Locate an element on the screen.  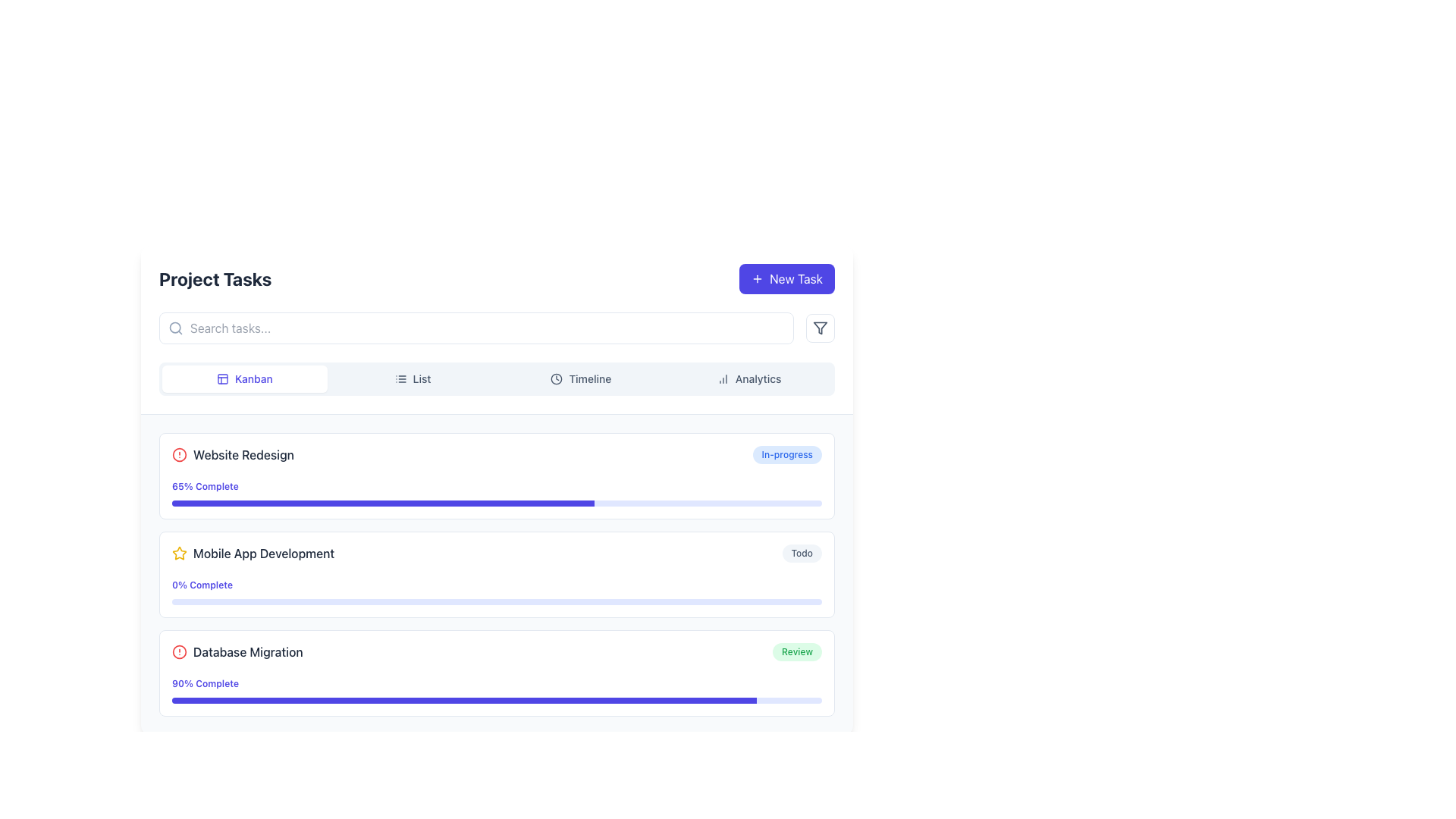
the text label displaying 'Website Redesign' which is in a medium-weight font and dark slate color, located in a task card section of a project management interface is located at coordinates (243, 454).